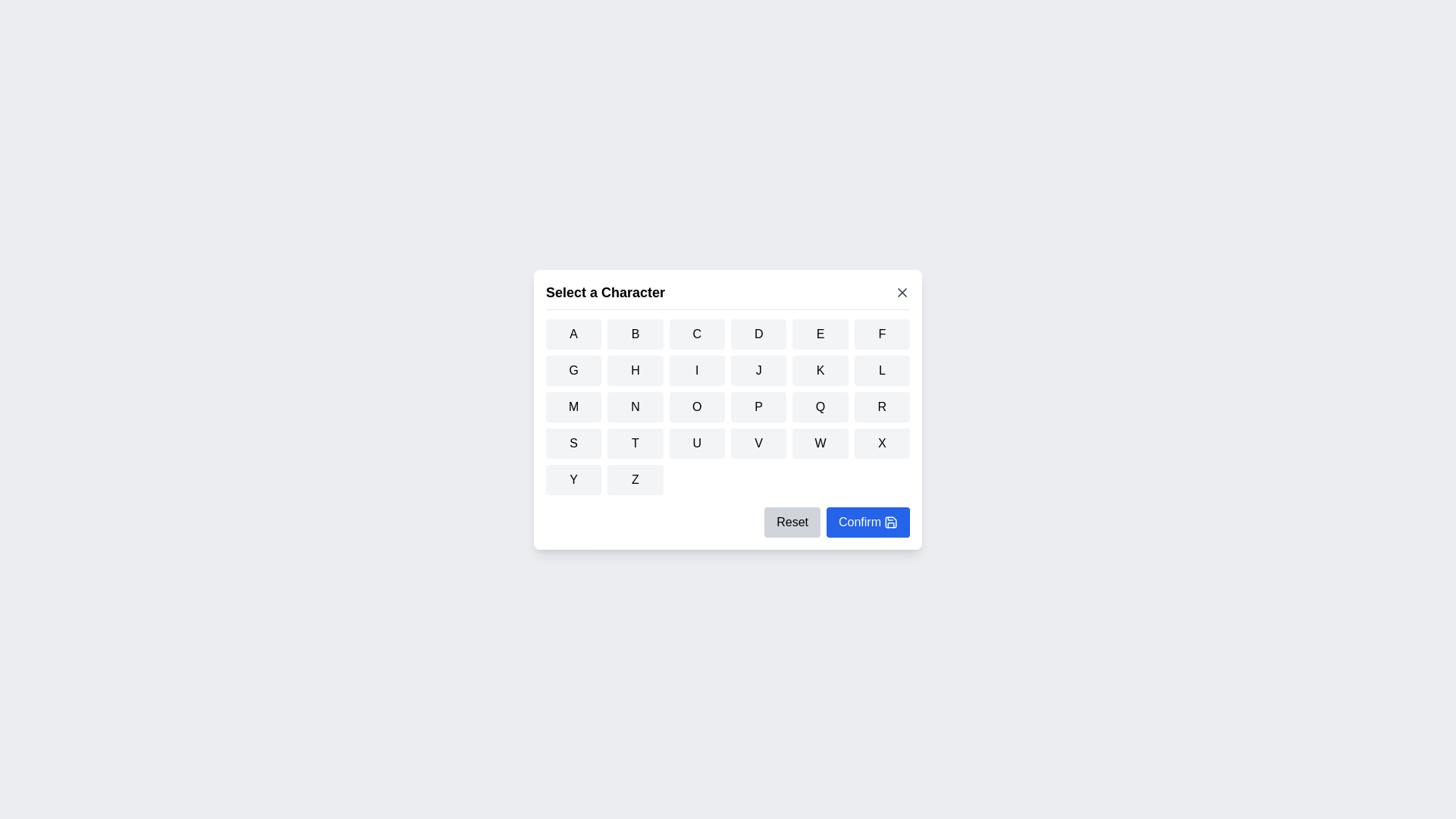 The width and height of the screenshot is (1456, 819). What do you see at coordinates (759, 370) in the screenshot?
I see `the button corresponding to the character J to select it` at bounding box center [759, 370].